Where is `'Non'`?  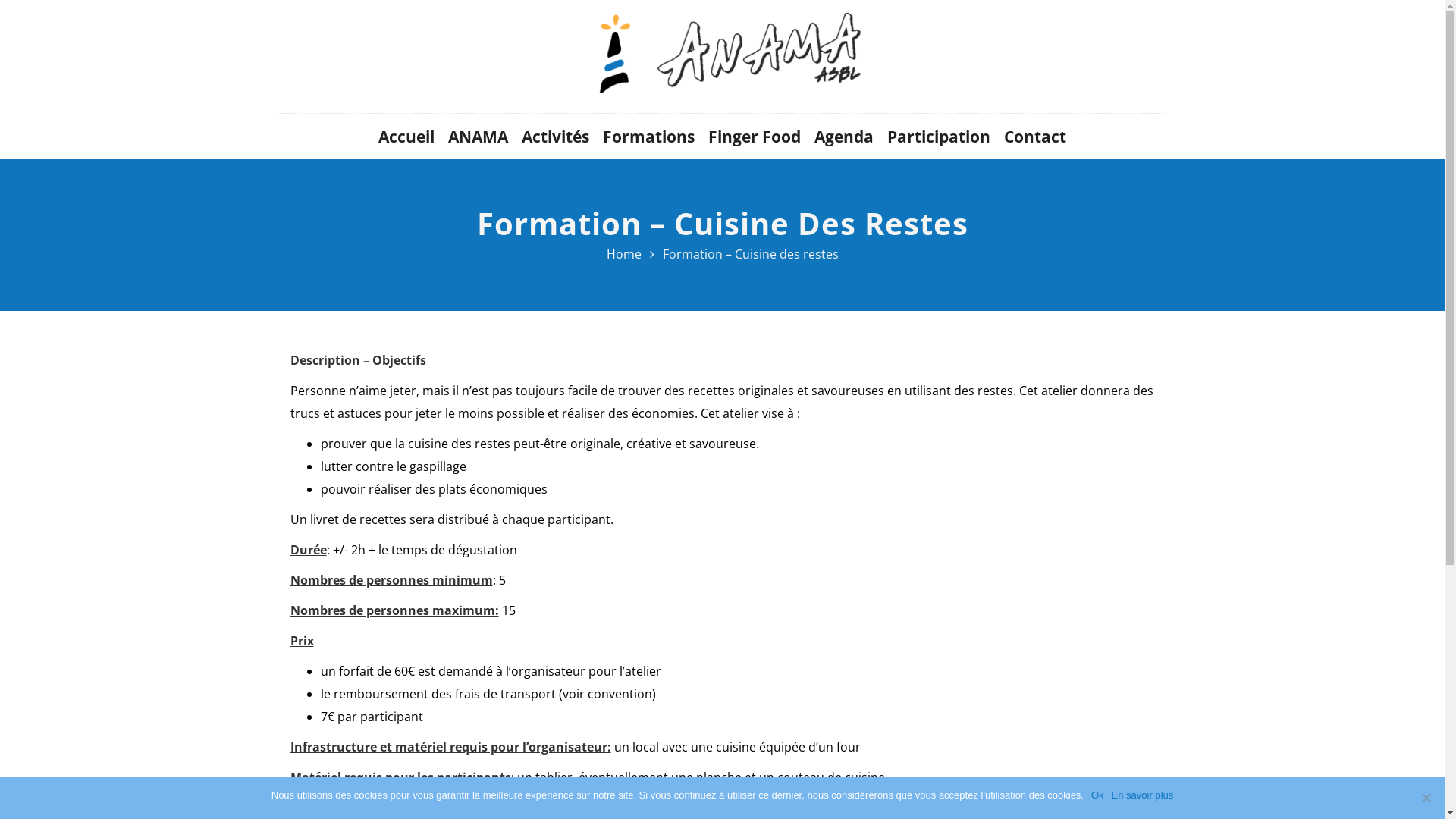 'Non' is located at coordinates (1425, 797).